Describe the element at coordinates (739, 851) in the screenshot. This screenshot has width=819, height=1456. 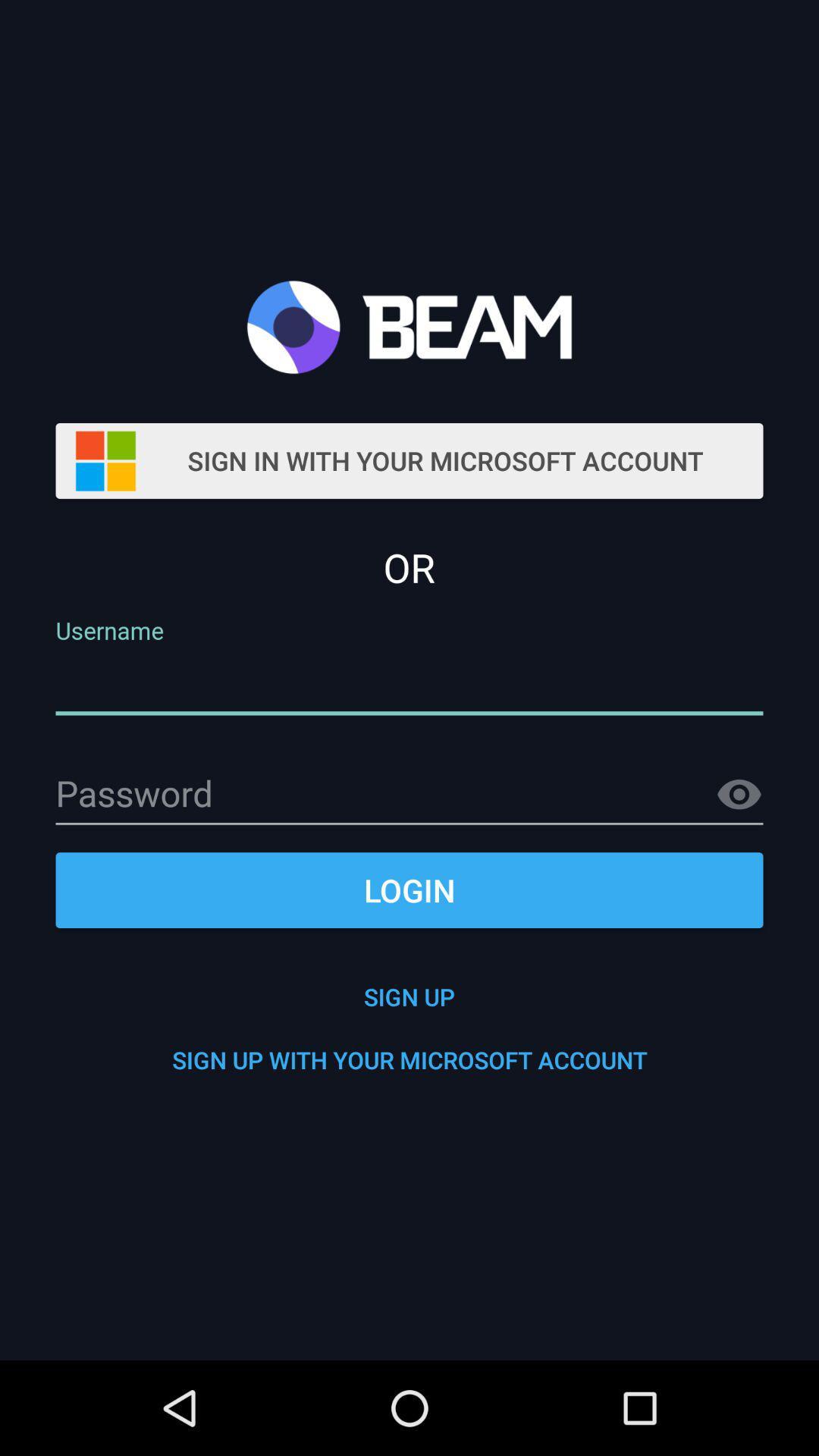
I see `the visibility icon` at that location.